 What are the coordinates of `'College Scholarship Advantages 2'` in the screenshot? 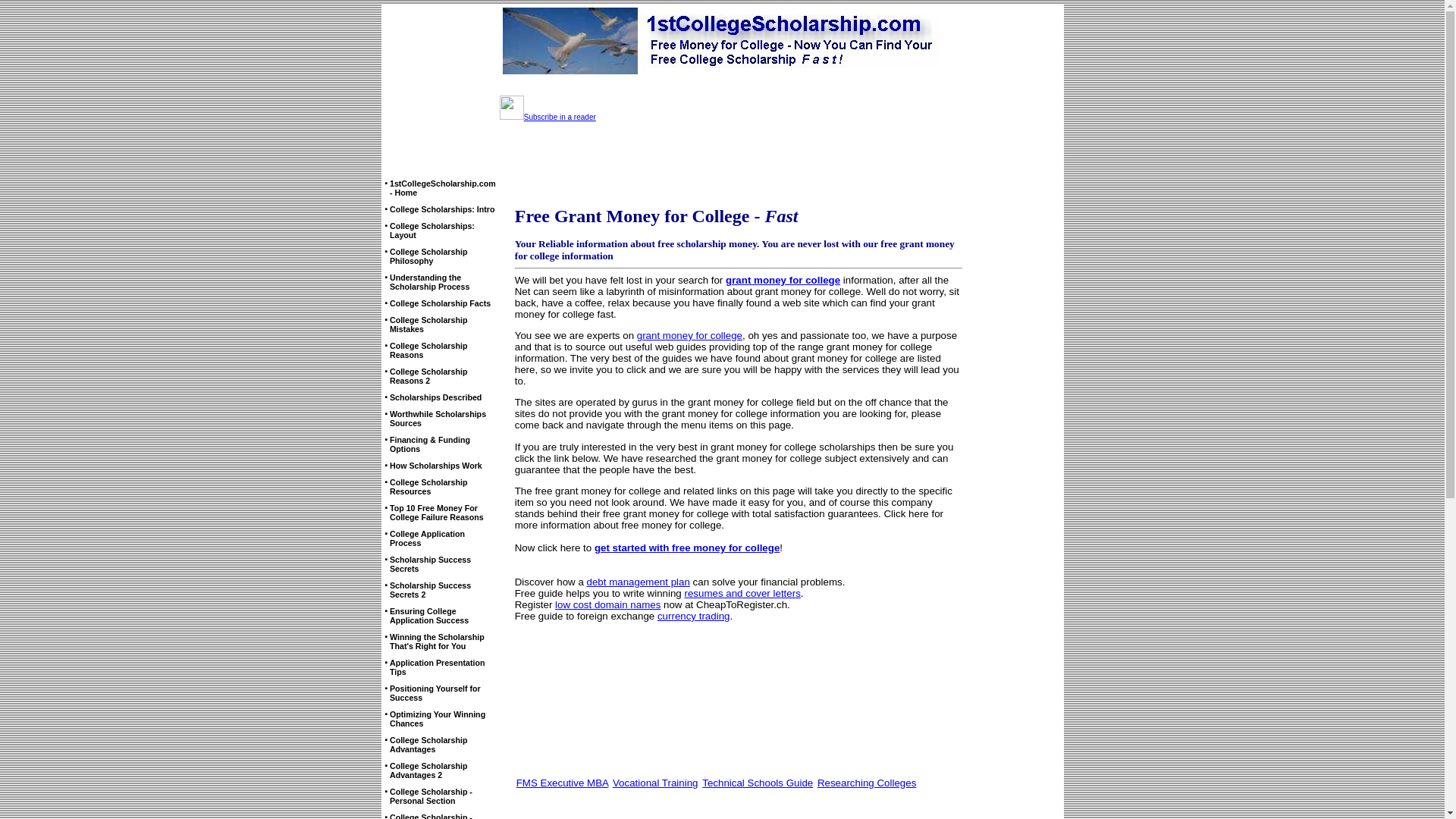 It's located at (428, 770).